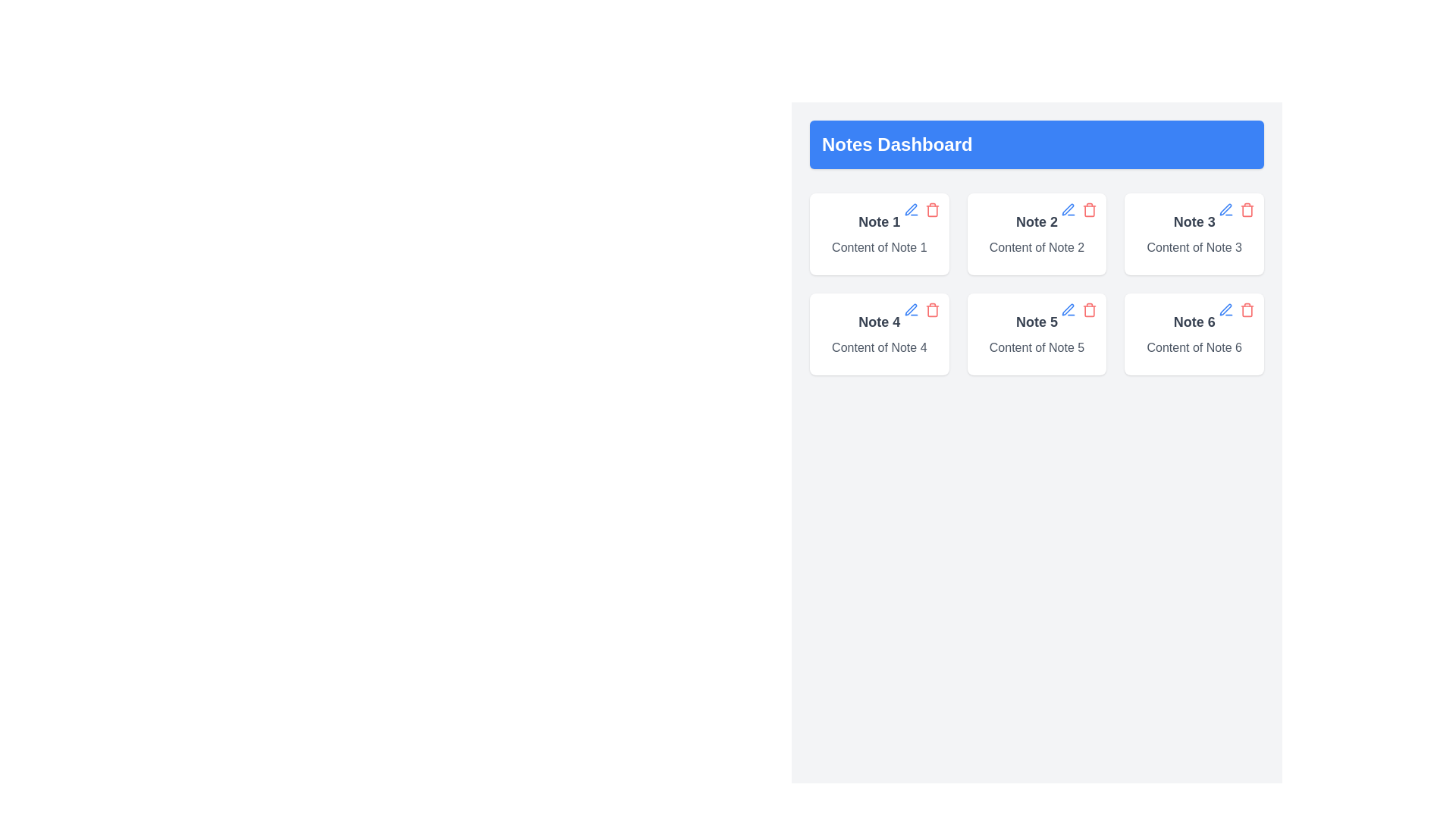  I want to click on the static text label that identifies the note card, located in the second column of the second row in the Notes Dashboard interface, so click(879, 321).